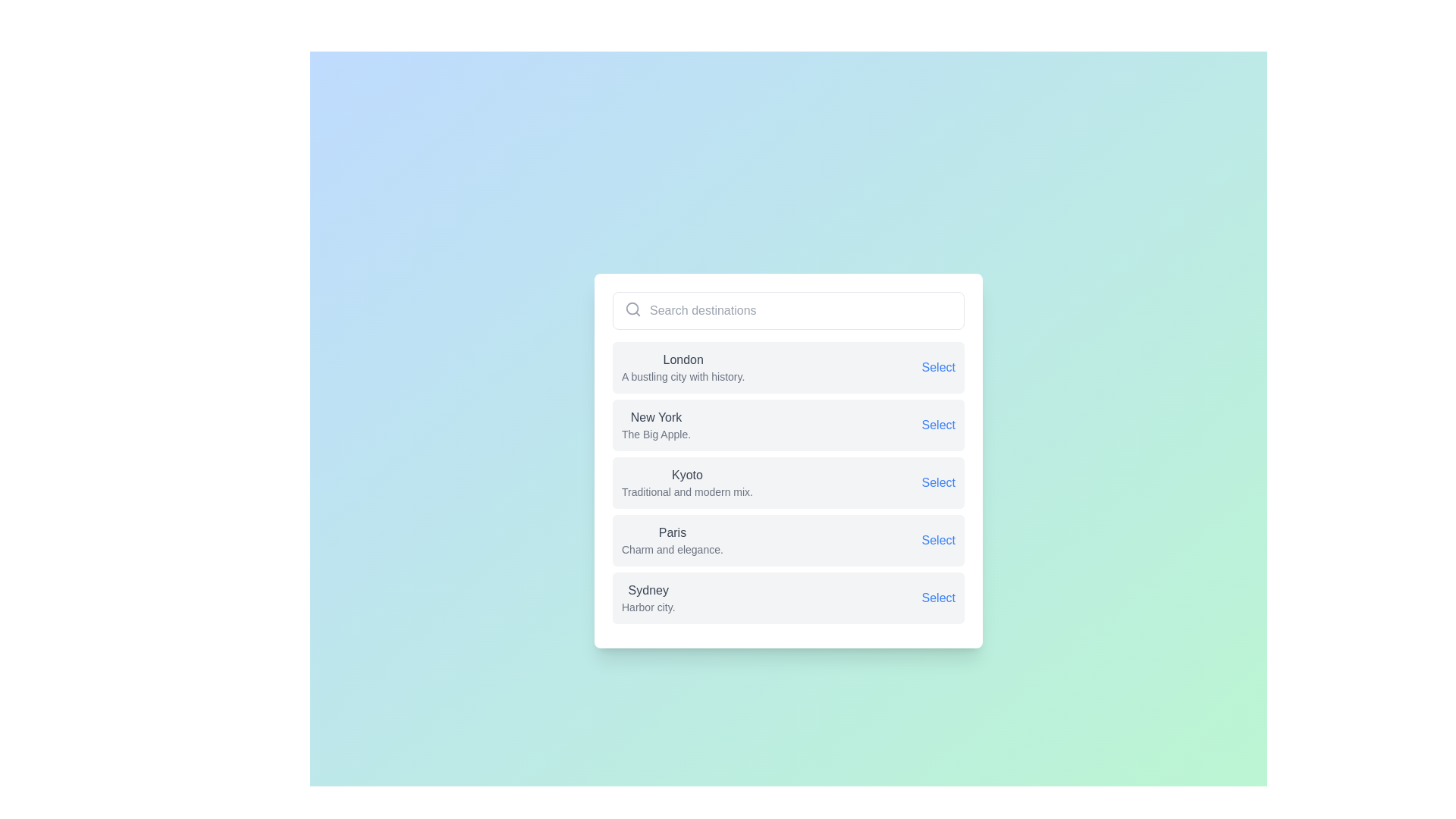 This screenshot has height=819, width=1456. I want to click on the third selectable option in the list for the destination 'Kyoto', so click(789, 482).